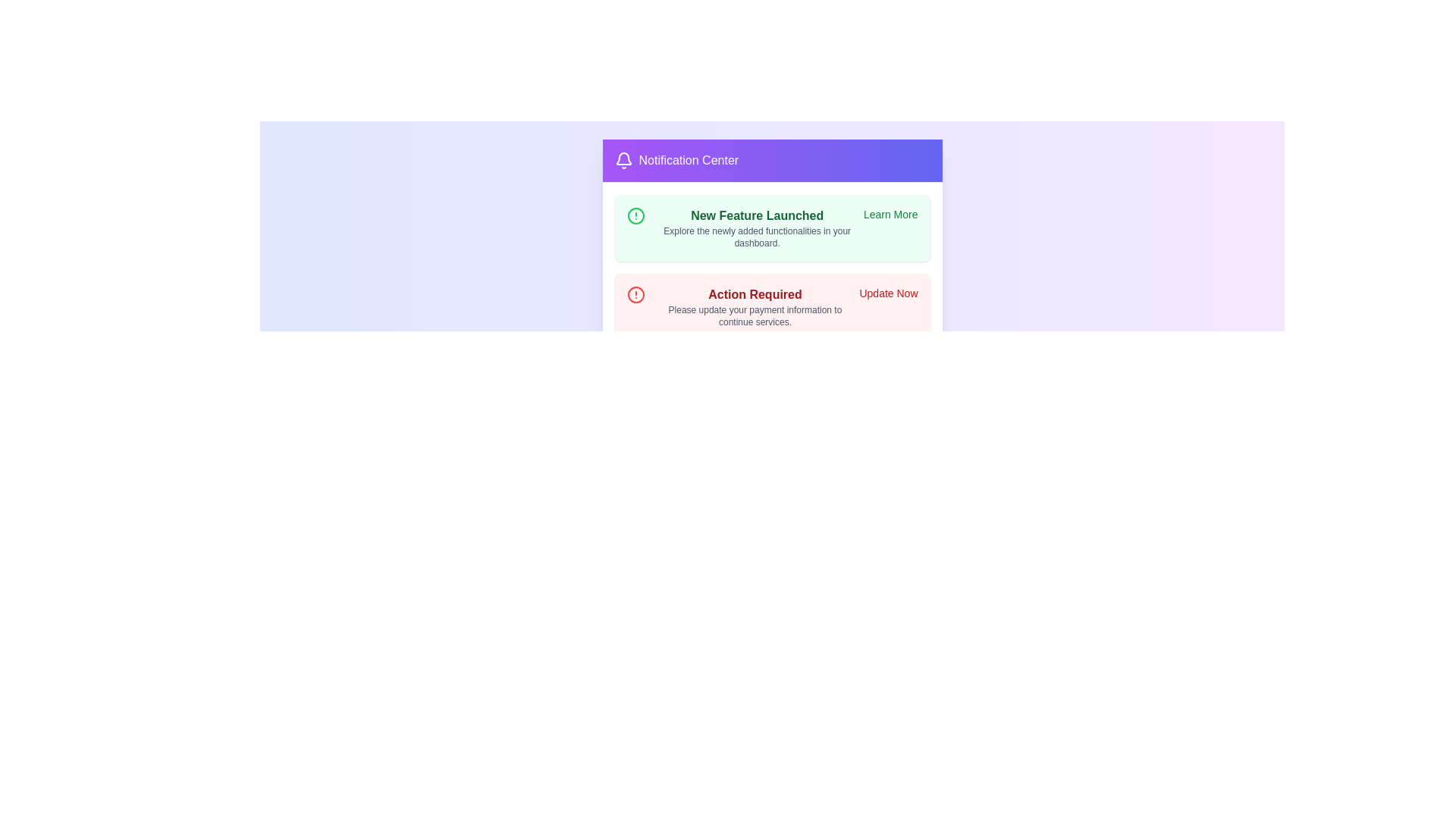 Image resolution: width=1456 pixels, height=819 pixels. I want to click on the 'Action Required' text block within the red-themed notification card that contains two lines of text, indicating urgency and a request for payment information update, so click(755, 307).